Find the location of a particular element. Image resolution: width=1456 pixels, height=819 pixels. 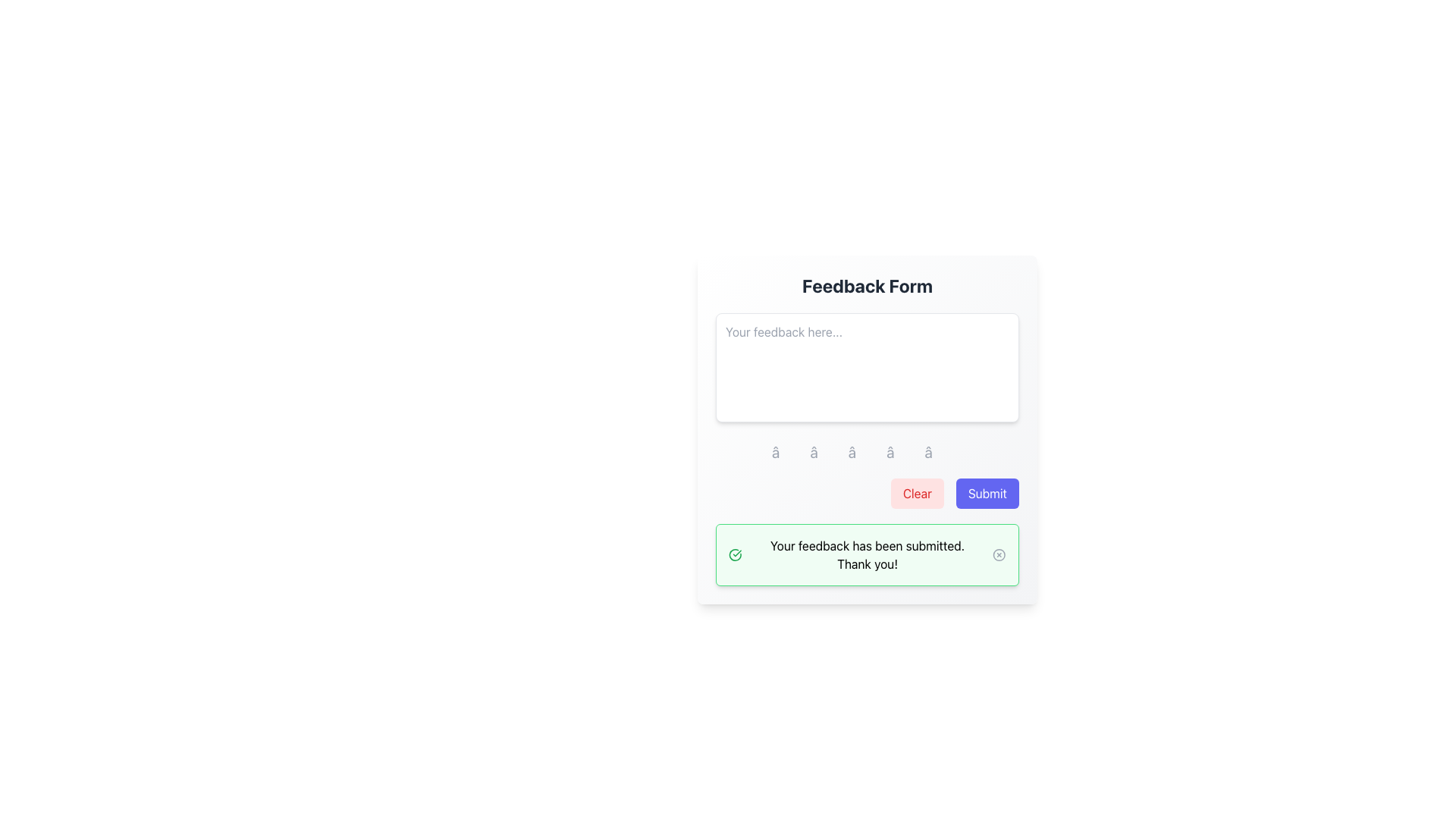

message from the feedback confirmation message box with a light green background and check icon, containing the text 'Your feedback has been submitted. Thank you!' located at the bottom of the feedback form is located at coordinates (867, 555).